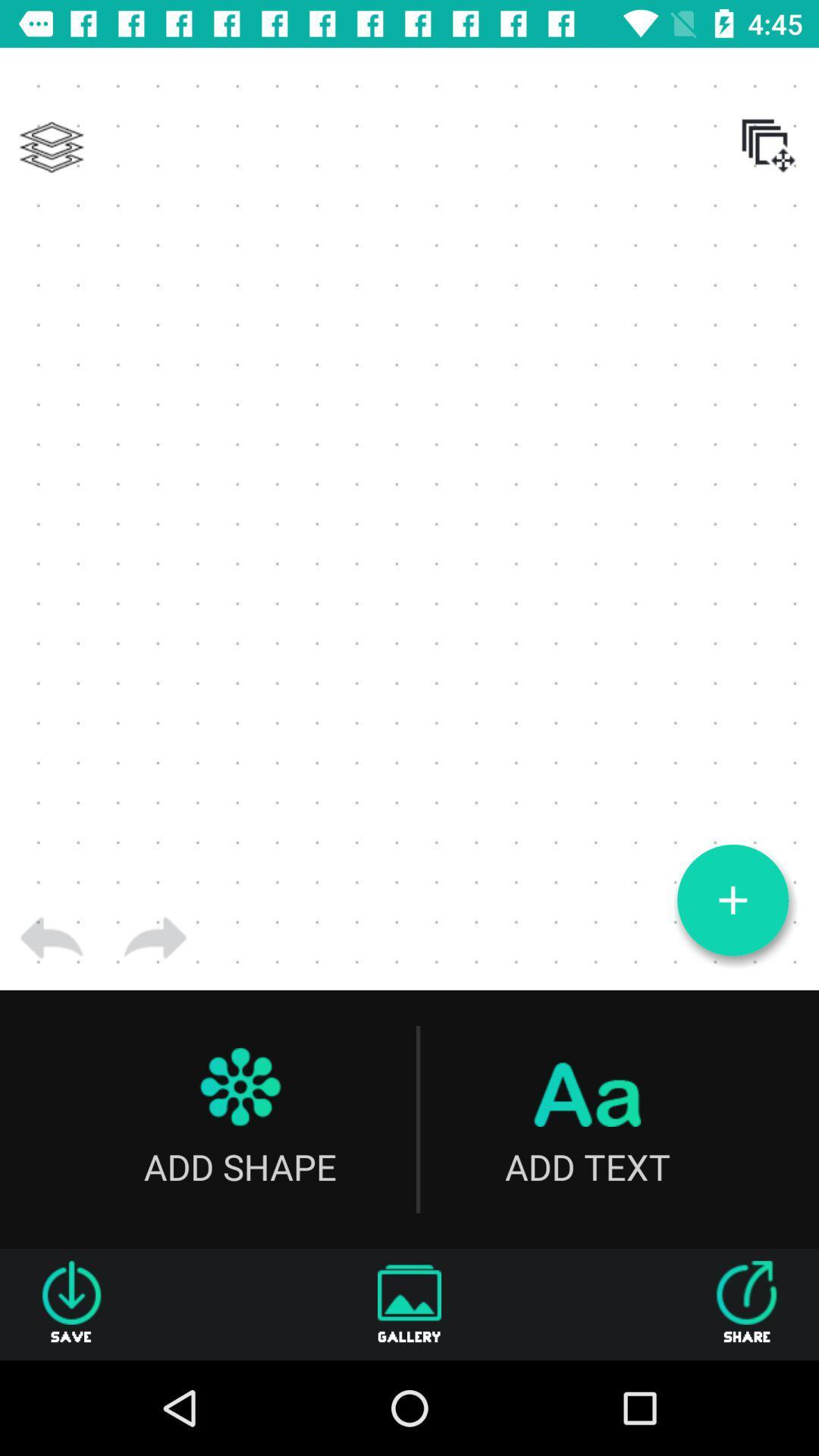 This screenshot has height=1456, width=819. I want to click on layers, so click(51, 147).